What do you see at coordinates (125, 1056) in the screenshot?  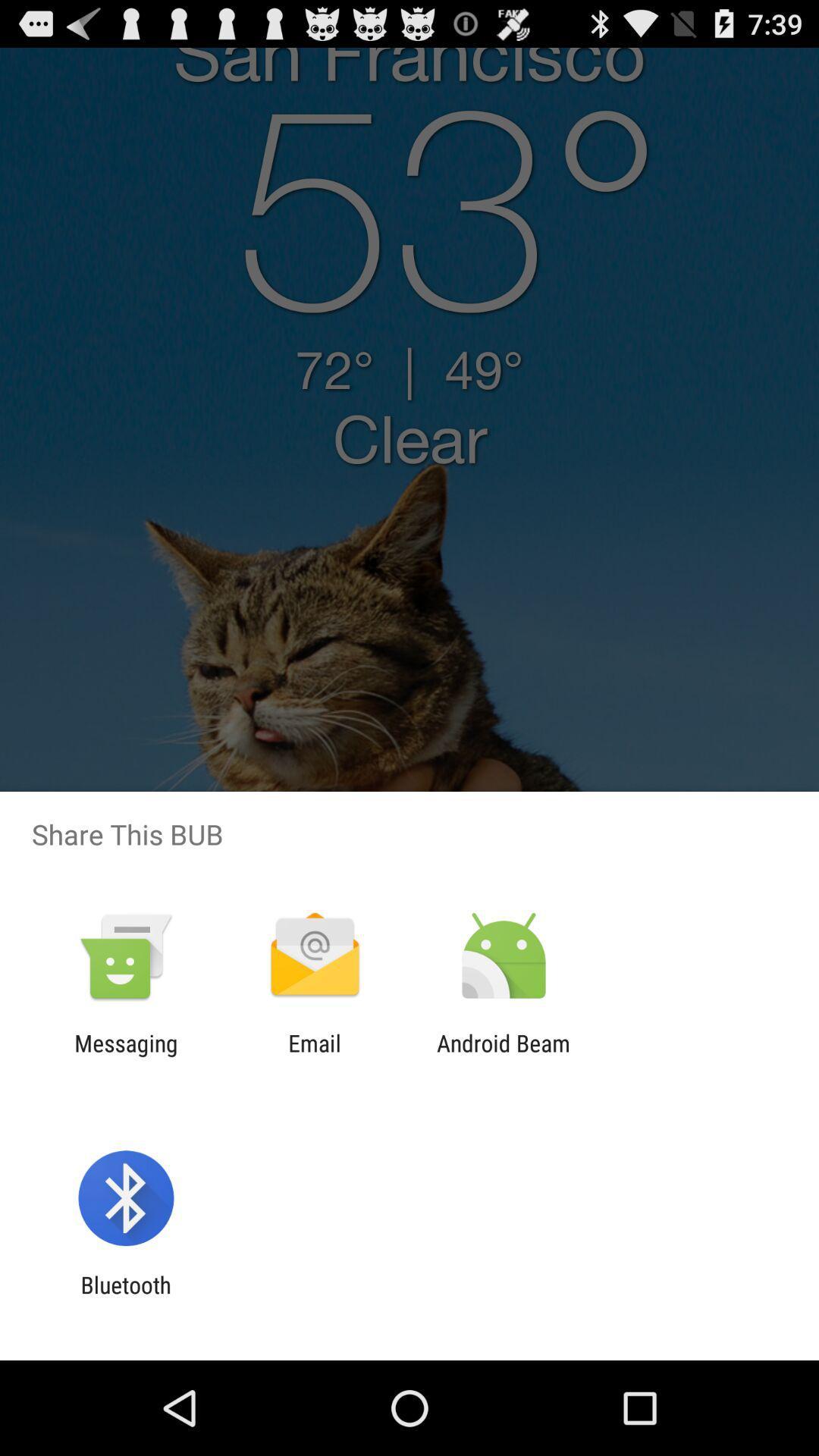 I see `the messaging app` at bounding box center [125, 1056].